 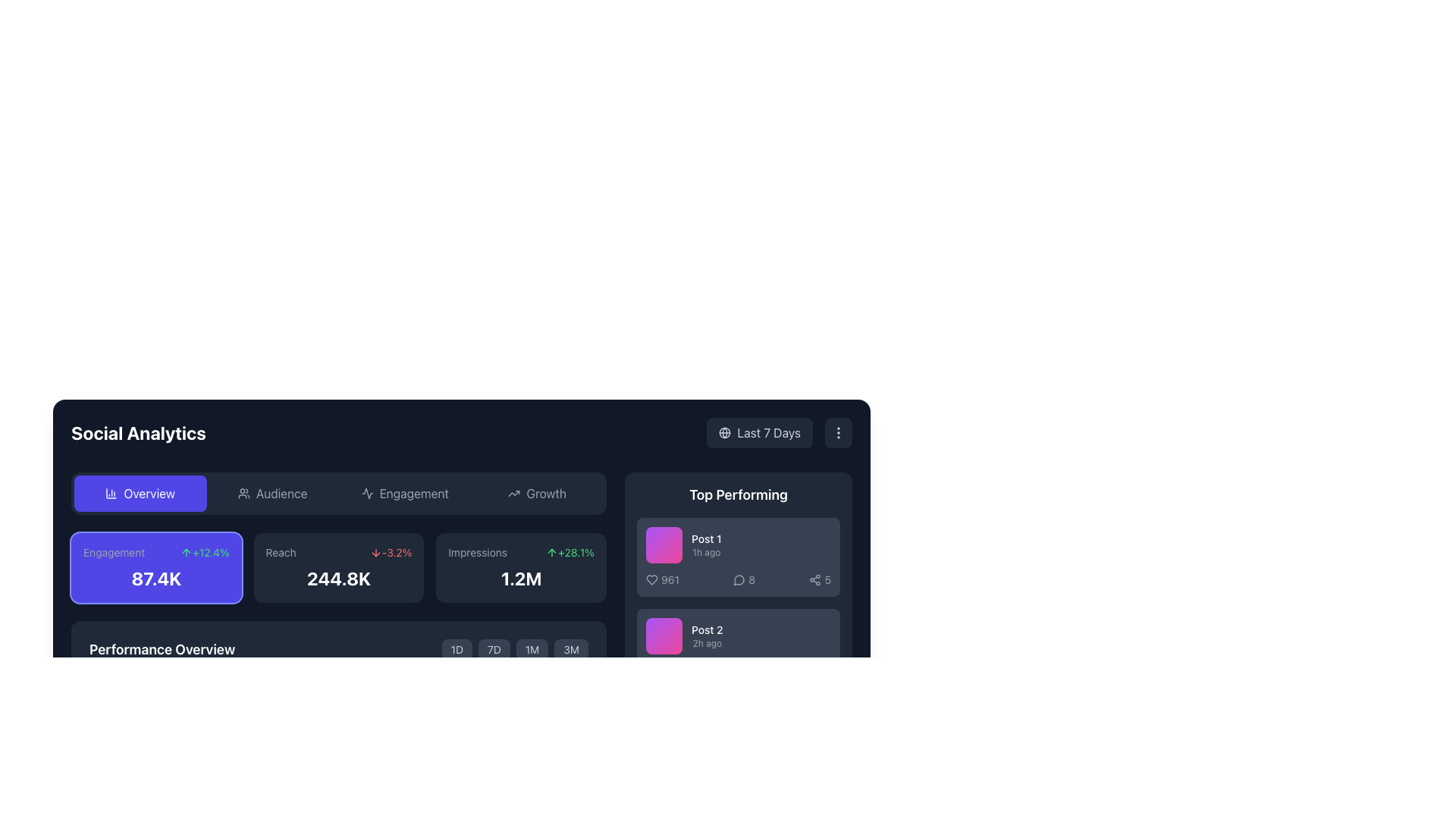 I want to click on the text label within the button component that serves as a navigation label for accessing the overview section, located at the top section of the page, so click(x=149, y=494).